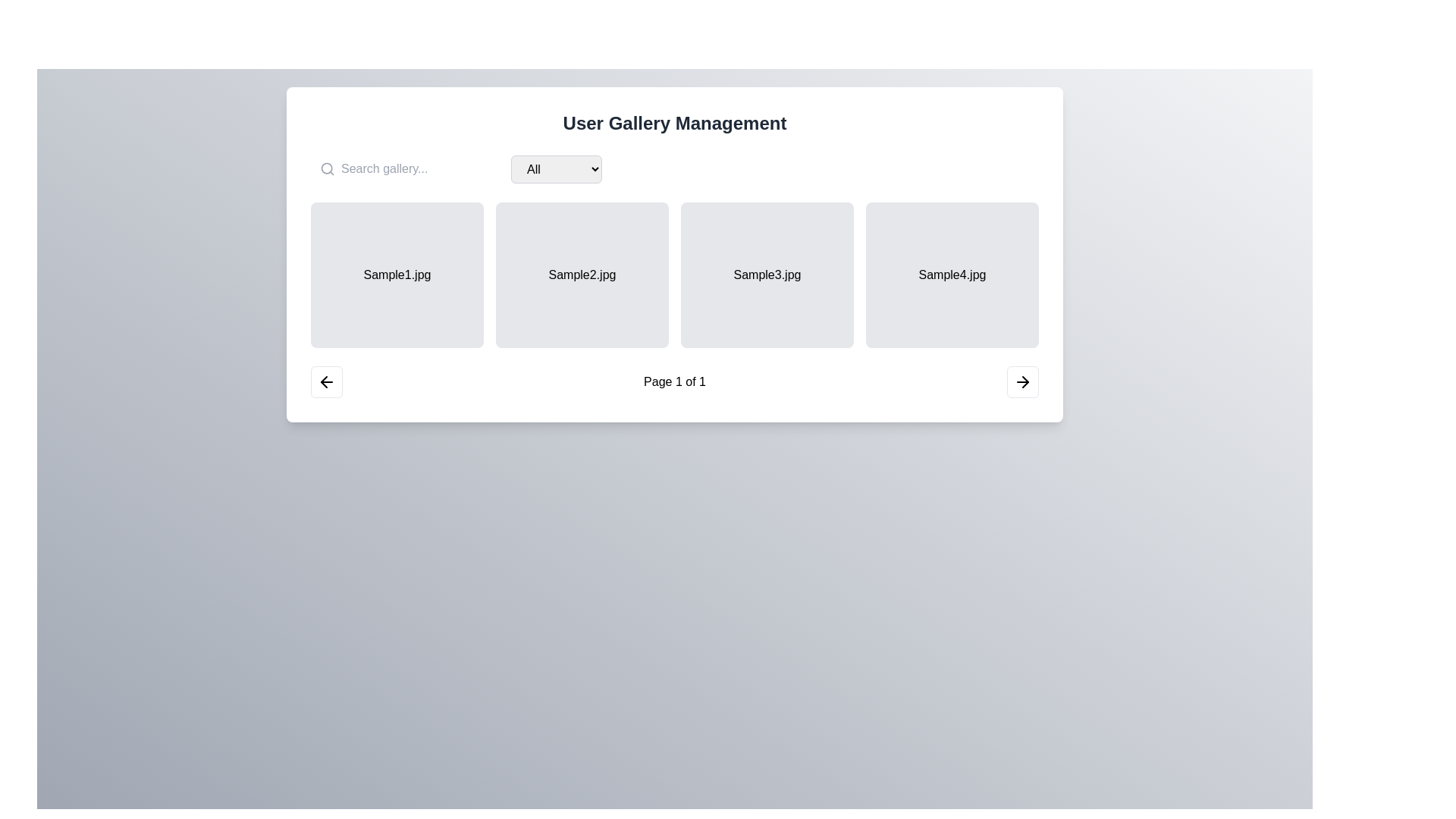 The height and width of the screenshot is (819, 1456). Describe the element at coordinates (1022, 381) in the screenshot. I see `the right arrow icon in the bottom-right corner of the interface` at that location.